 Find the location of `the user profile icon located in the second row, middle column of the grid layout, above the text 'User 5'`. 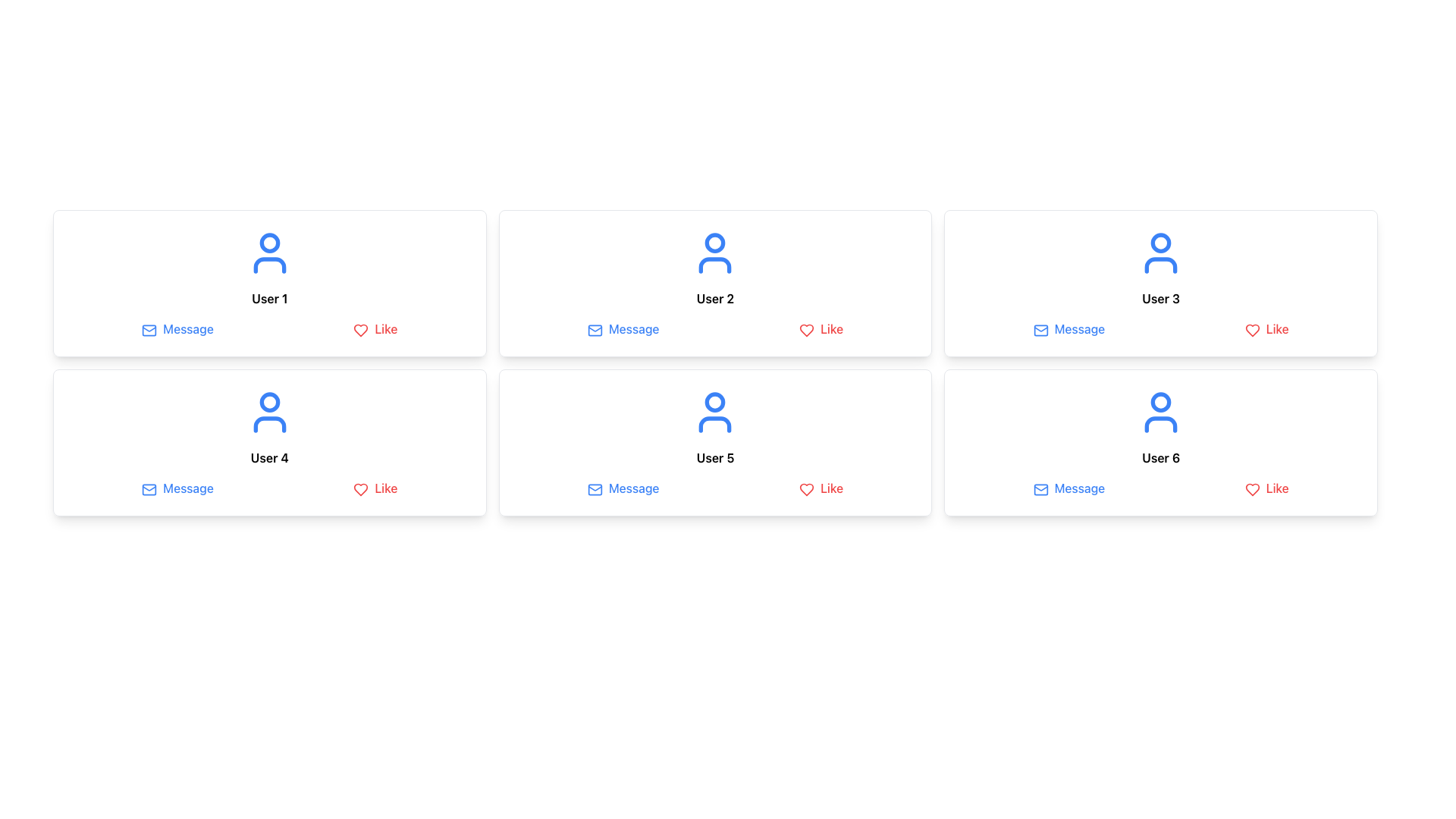

the user profile icon located in the second row, middle column of the grid layout, above the text 'User 5' is located at coordinates (714, 412).